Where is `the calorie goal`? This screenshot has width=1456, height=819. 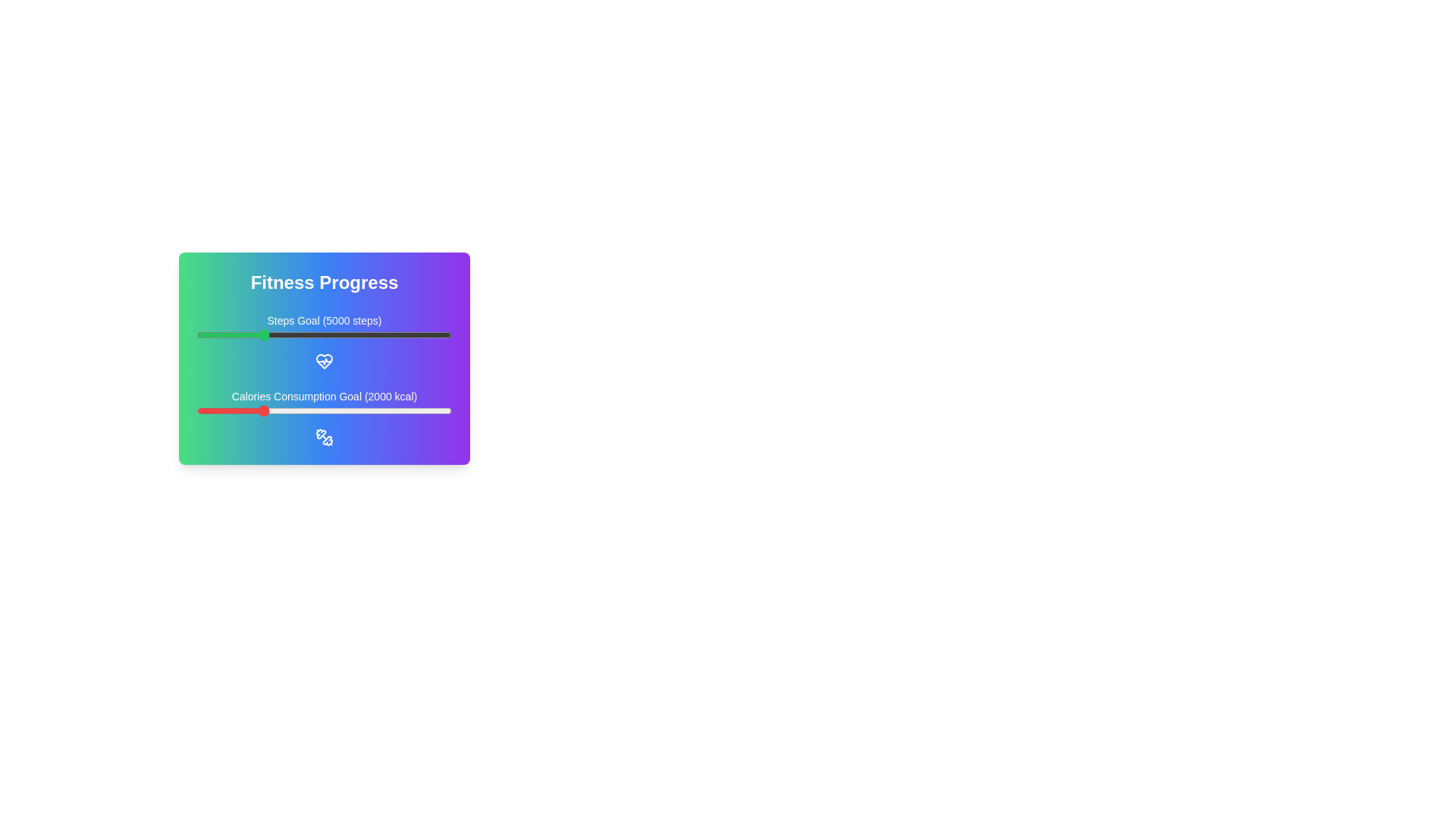 the calorie goal is located at coordinates (439, 411).